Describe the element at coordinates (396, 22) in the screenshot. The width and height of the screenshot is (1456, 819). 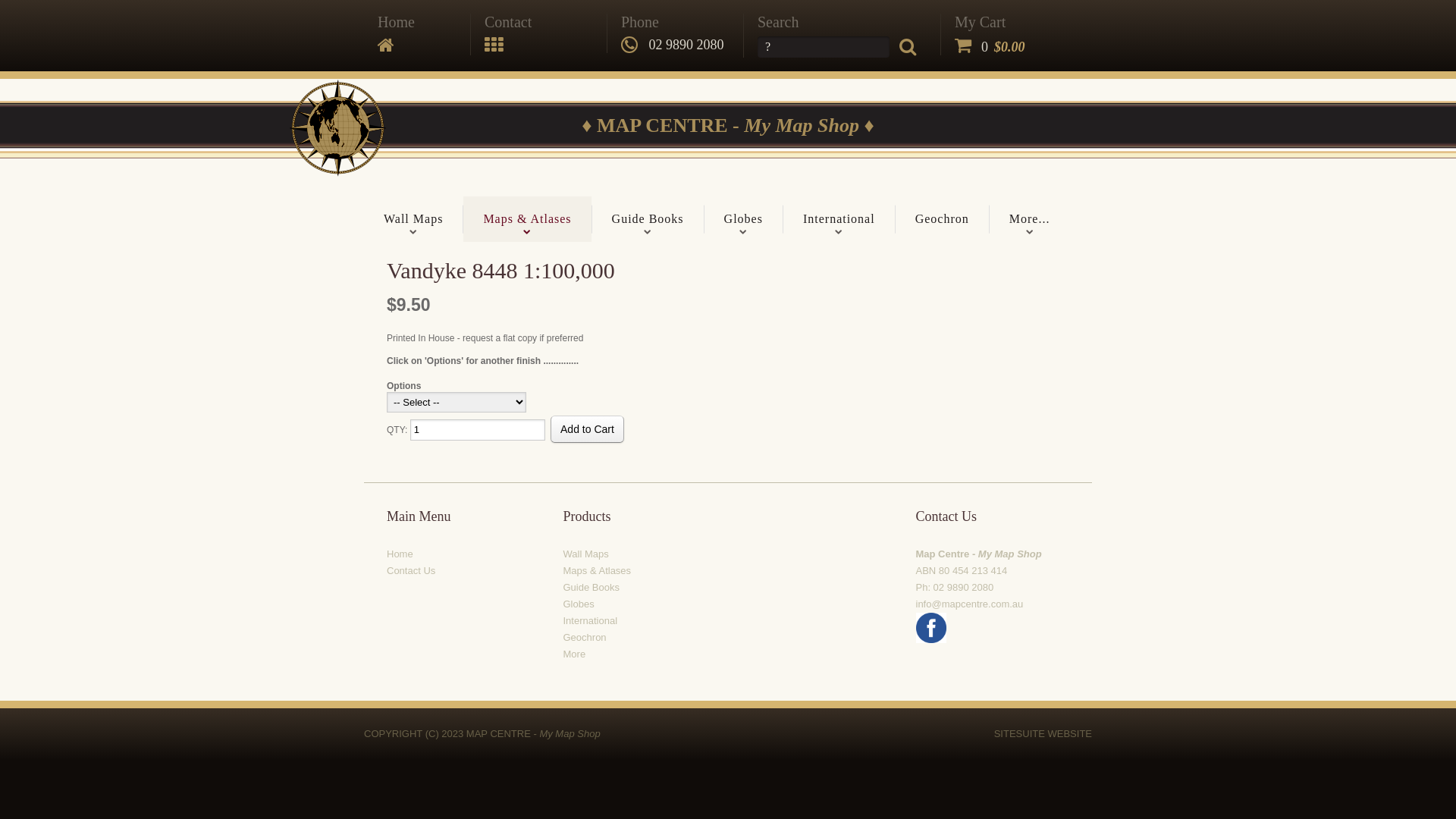
I see `'Home'` at that location.